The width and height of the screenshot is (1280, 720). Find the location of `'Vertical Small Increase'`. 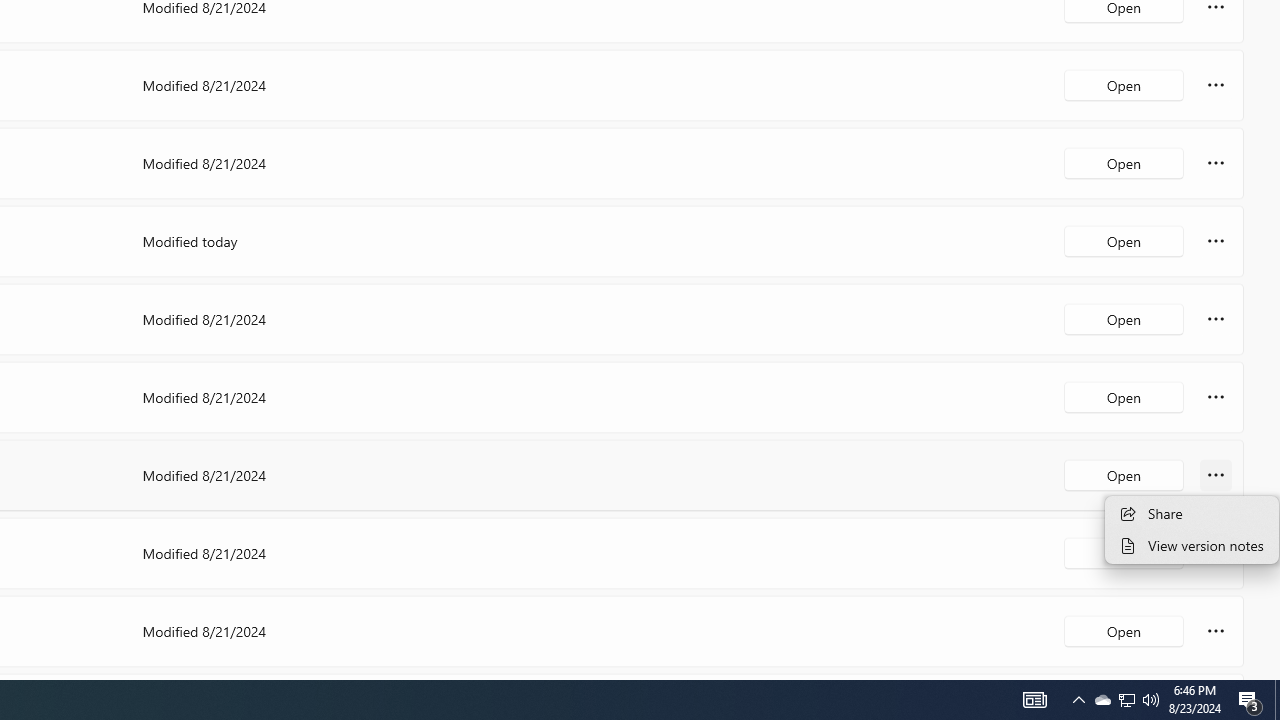

'Vertical Small Increase' is located at coordinates (1271, 672).